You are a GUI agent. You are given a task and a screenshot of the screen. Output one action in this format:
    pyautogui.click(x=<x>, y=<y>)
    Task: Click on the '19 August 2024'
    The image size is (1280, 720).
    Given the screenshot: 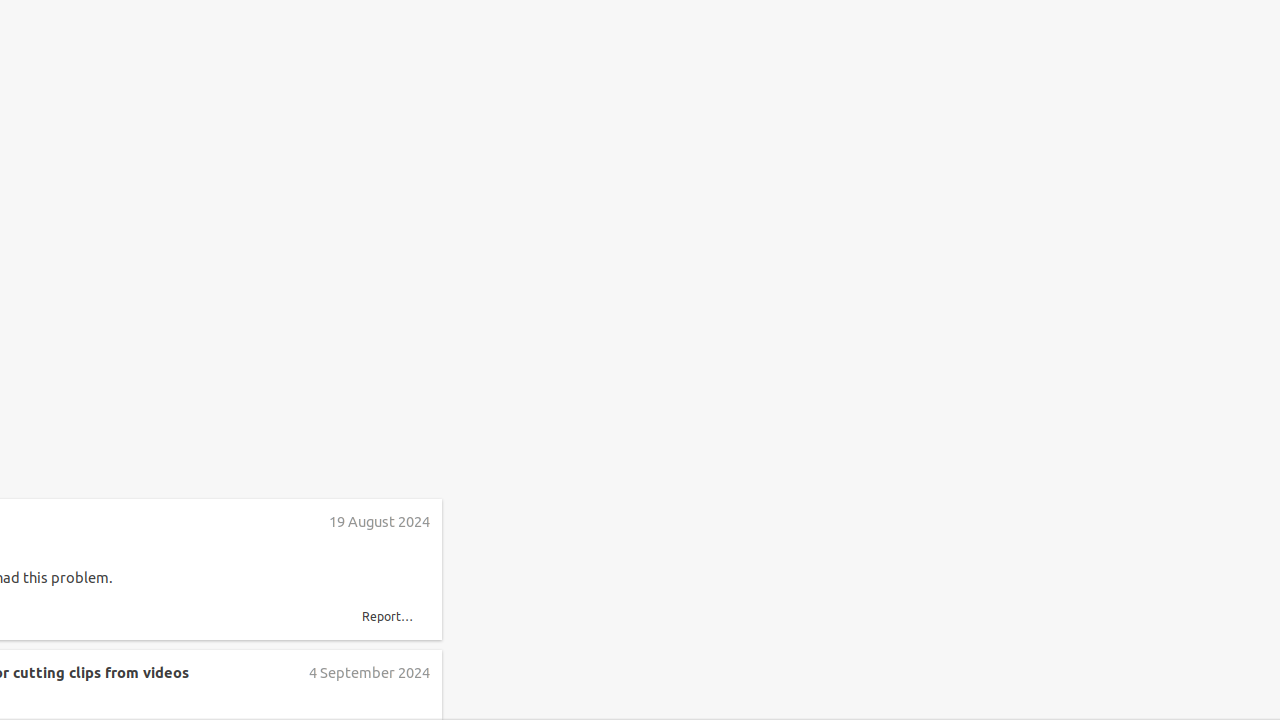 What is the action you would take?
    pyautogui.click(x=379, y=520)
    